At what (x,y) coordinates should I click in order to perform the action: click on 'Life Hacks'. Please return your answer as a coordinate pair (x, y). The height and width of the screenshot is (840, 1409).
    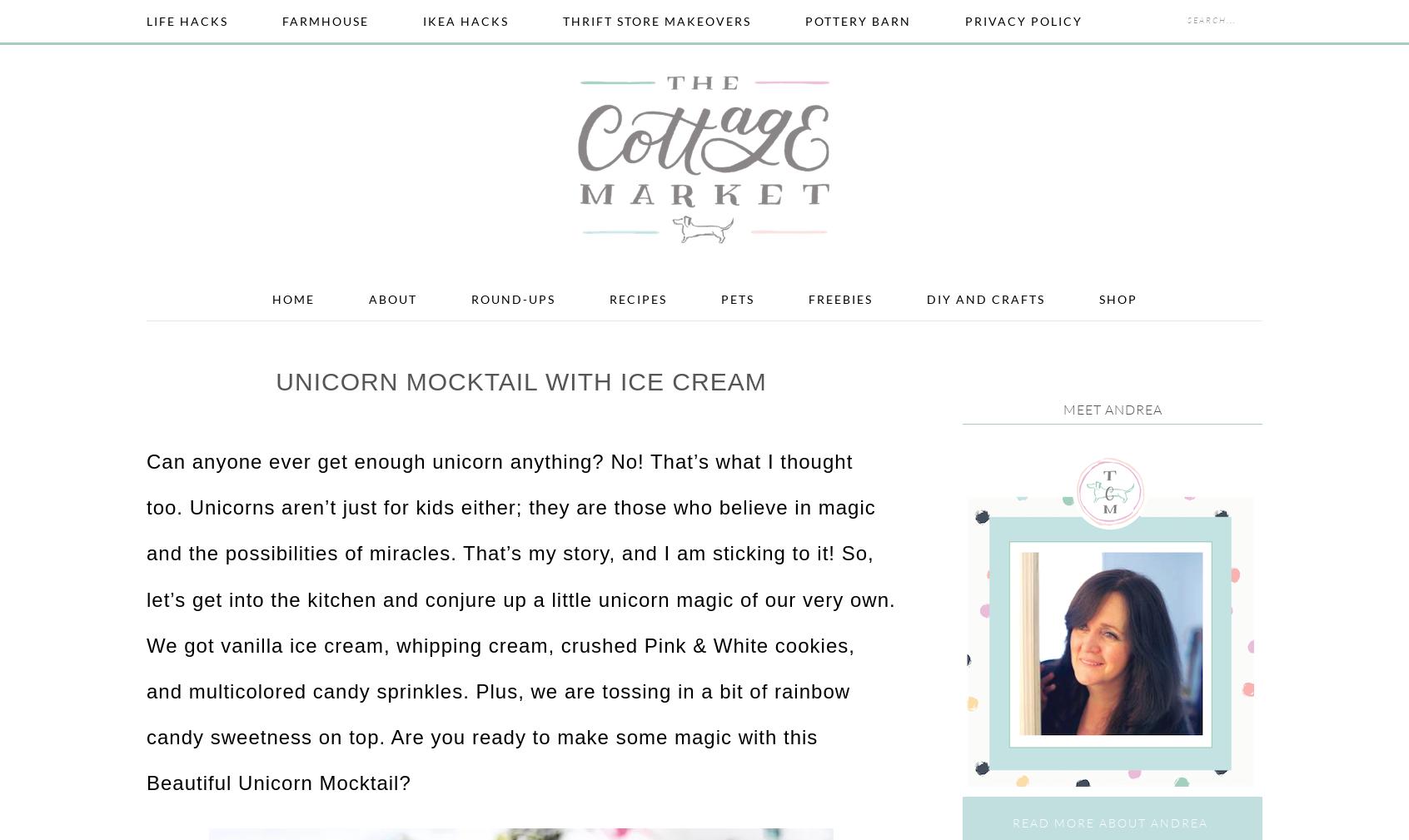
    Looking at the image, I should click on (187, 20).